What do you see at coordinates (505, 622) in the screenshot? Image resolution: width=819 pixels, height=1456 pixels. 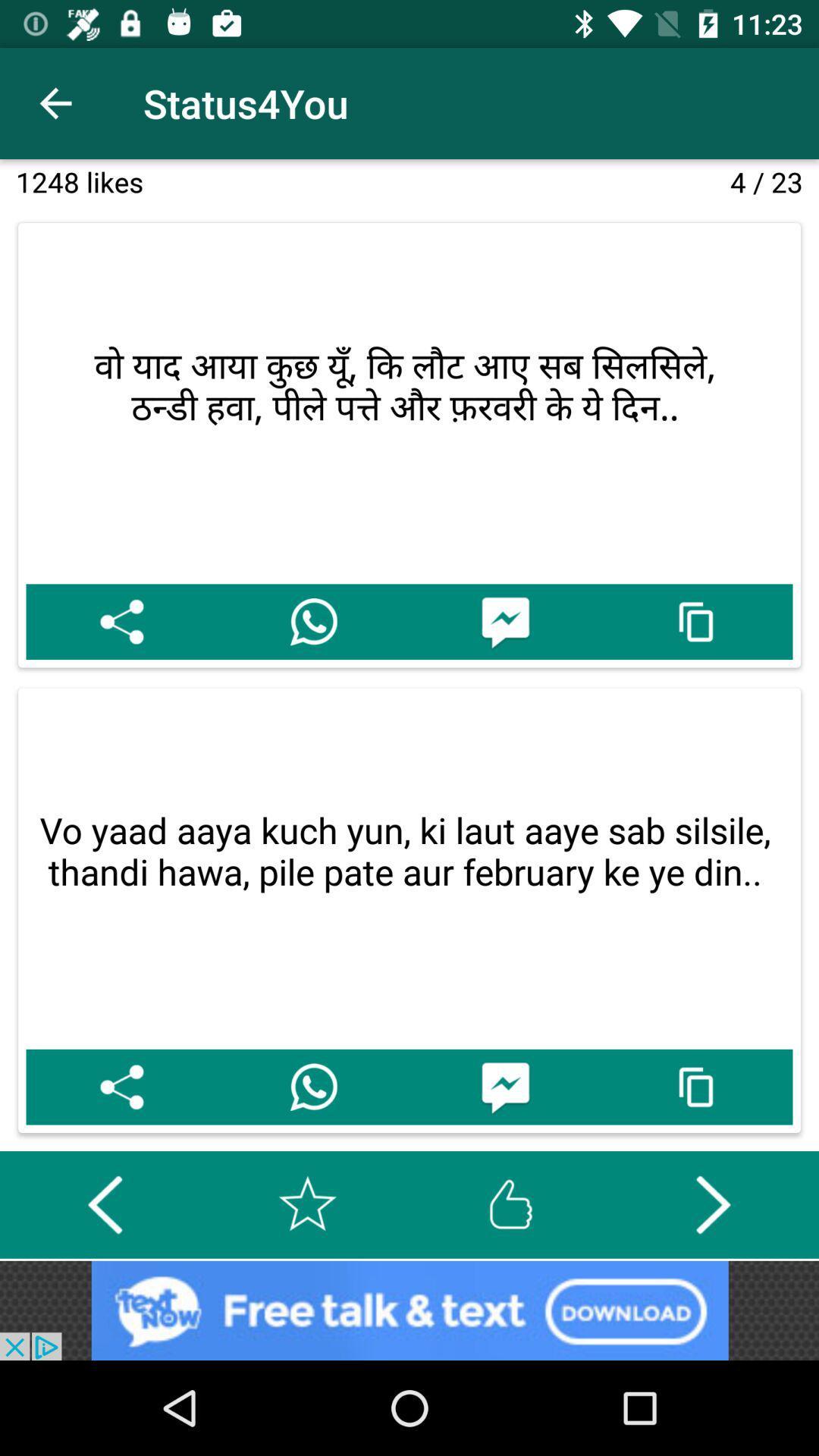 I see `chat` at bounding box center [505, 622].